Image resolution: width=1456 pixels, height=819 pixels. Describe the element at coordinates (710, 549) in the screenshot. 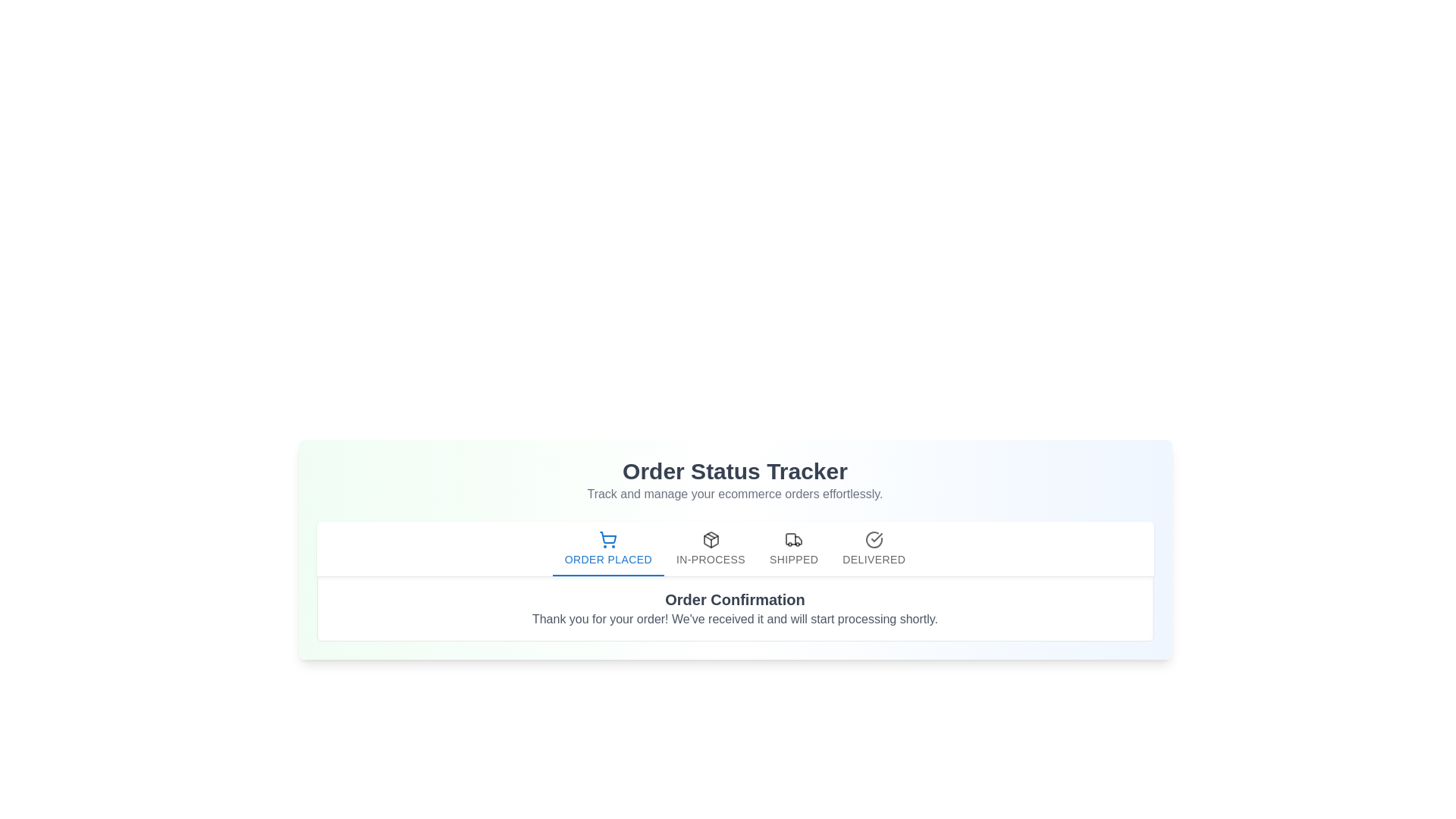

I see `the 'In-Process' Navigation Tab Button` at that location.